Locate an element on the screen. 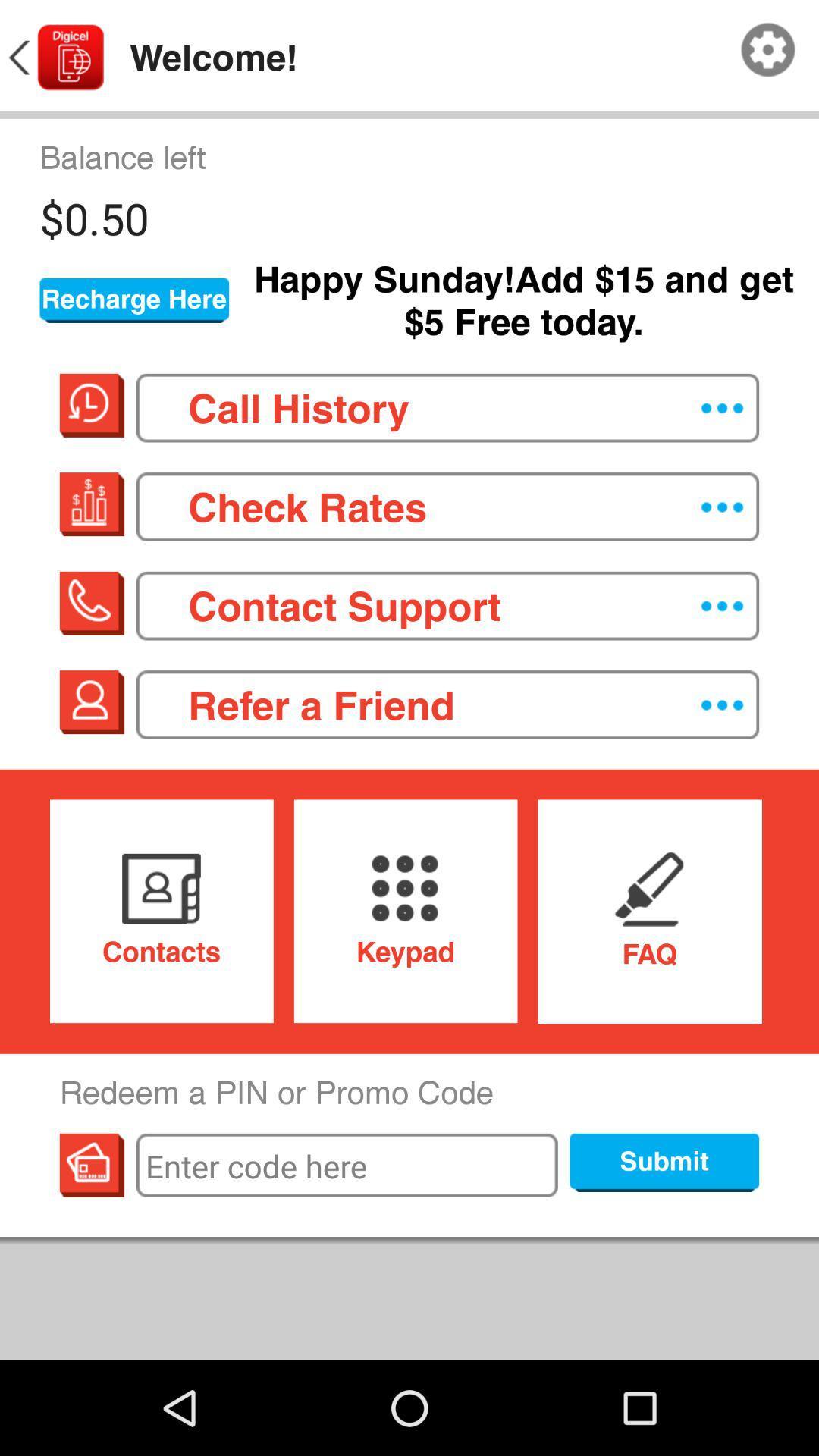 This screenshot has height=1456, width=819. the recharge here button is located at coordinates (133, 300).